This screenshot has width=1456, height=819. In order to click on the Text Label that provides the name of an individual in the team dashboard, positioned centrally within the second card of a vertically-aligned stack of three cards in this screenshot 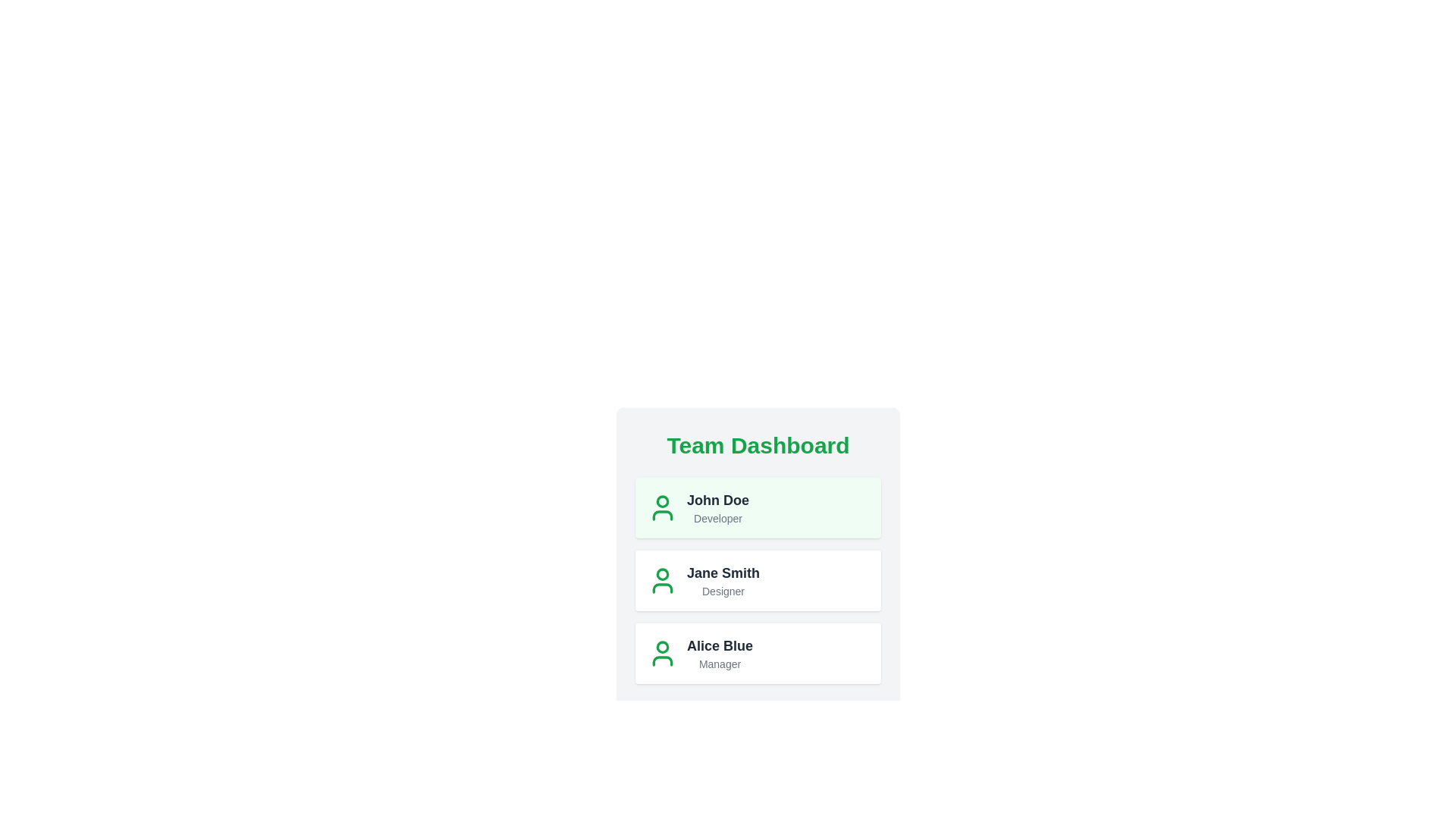, I will do `click(723, 573)`.